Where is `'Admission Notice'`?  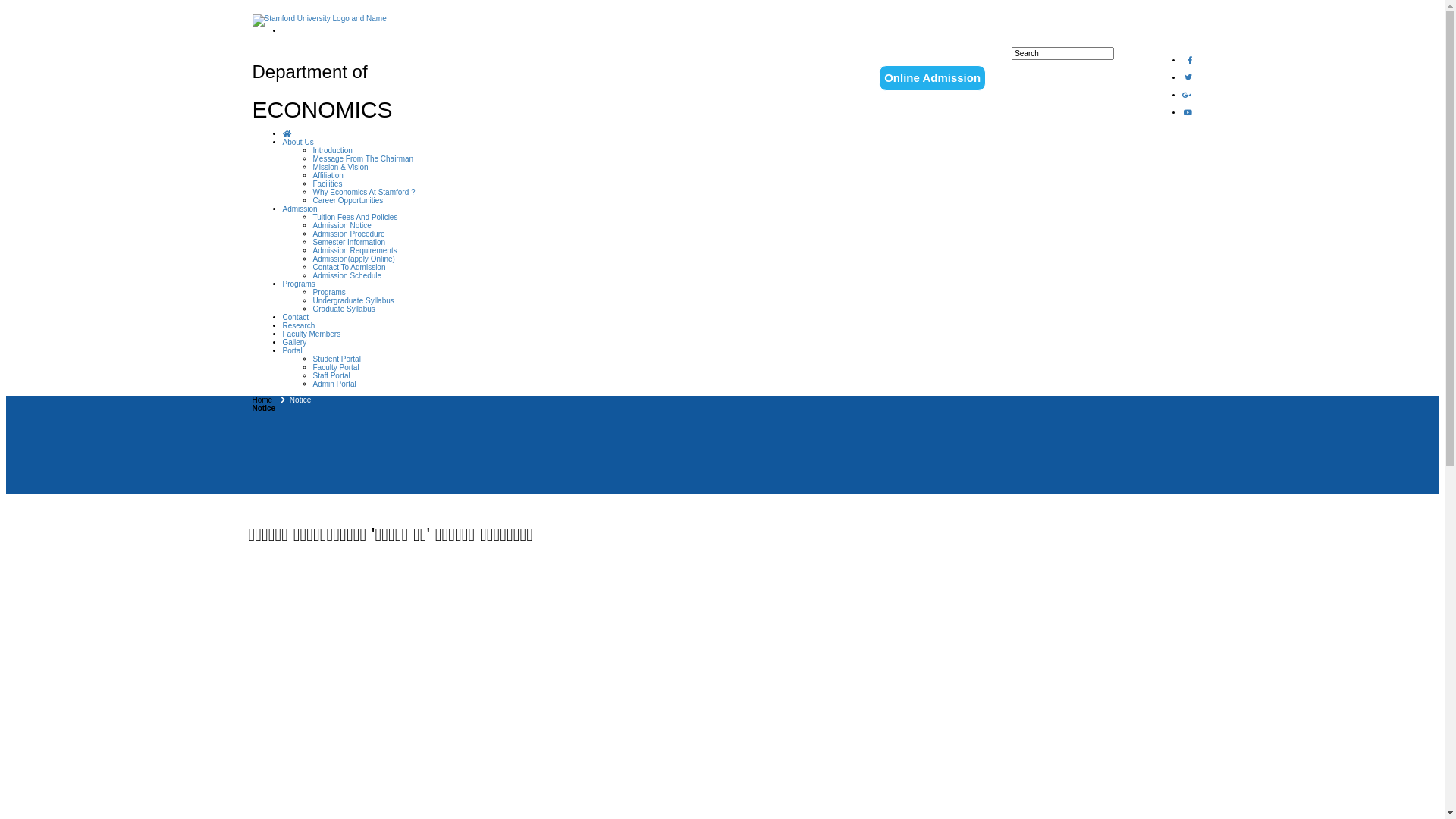 'Admission Notice' is located at coordinates (340, 225).